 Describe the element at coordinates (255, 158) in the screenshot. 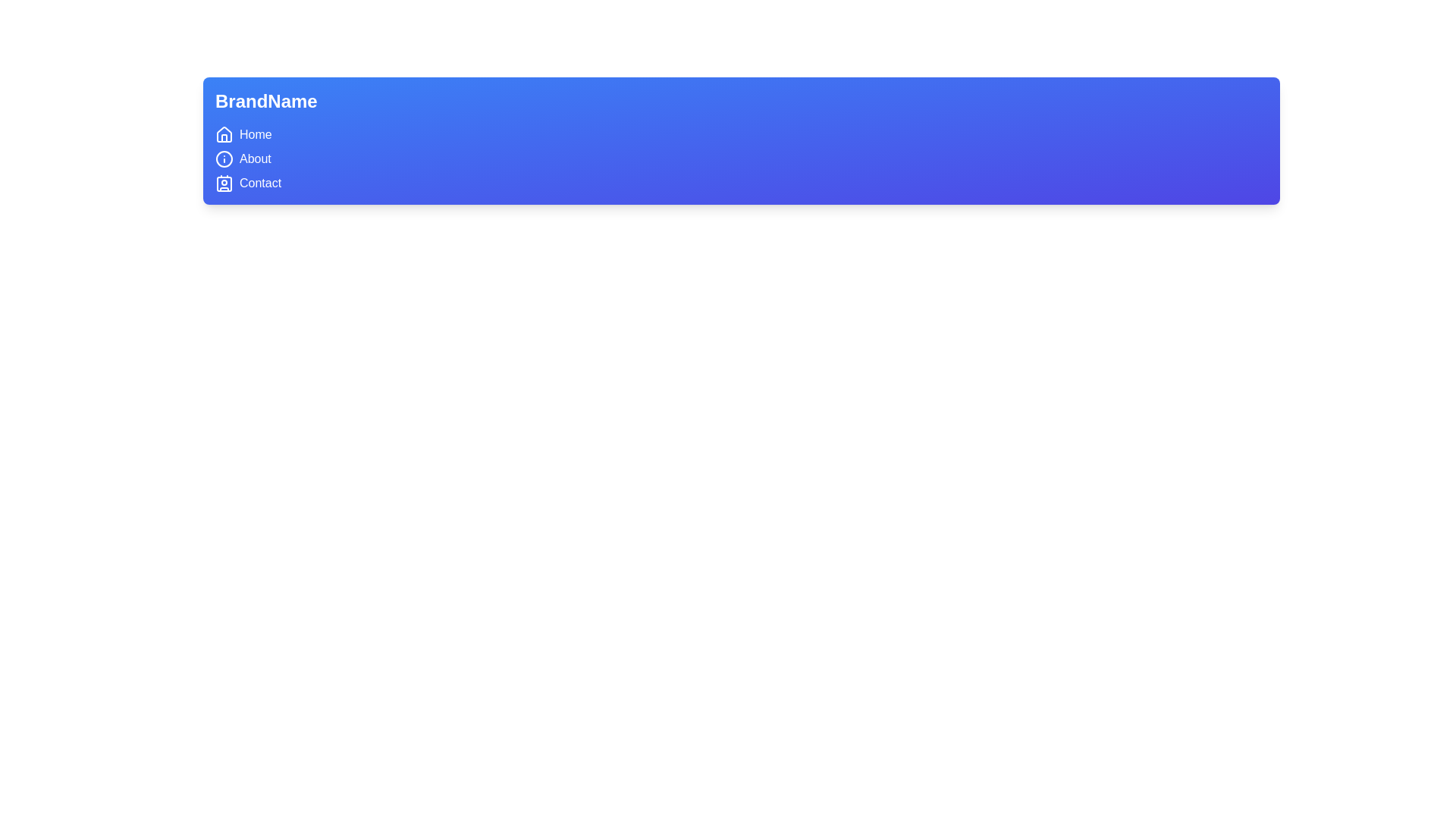

I see `the 'About' text link in the sidebar navigation menu` at that location.